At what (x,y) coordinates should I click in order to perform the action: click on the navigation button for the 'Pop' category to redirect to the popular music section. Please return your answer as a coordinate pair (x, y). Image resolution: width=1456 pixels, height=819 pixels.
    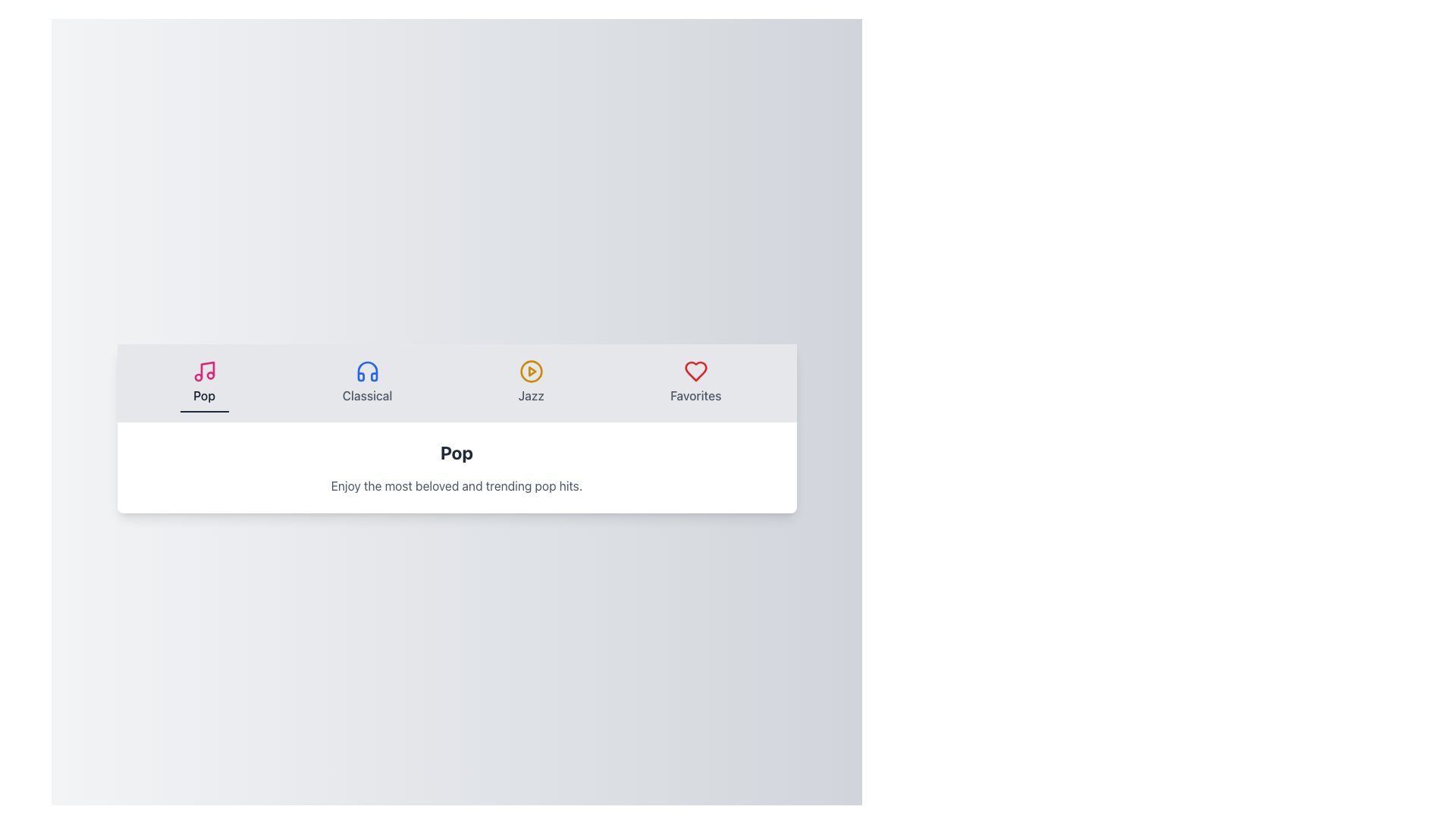
    Looking at the image, I should click on (203, 381).